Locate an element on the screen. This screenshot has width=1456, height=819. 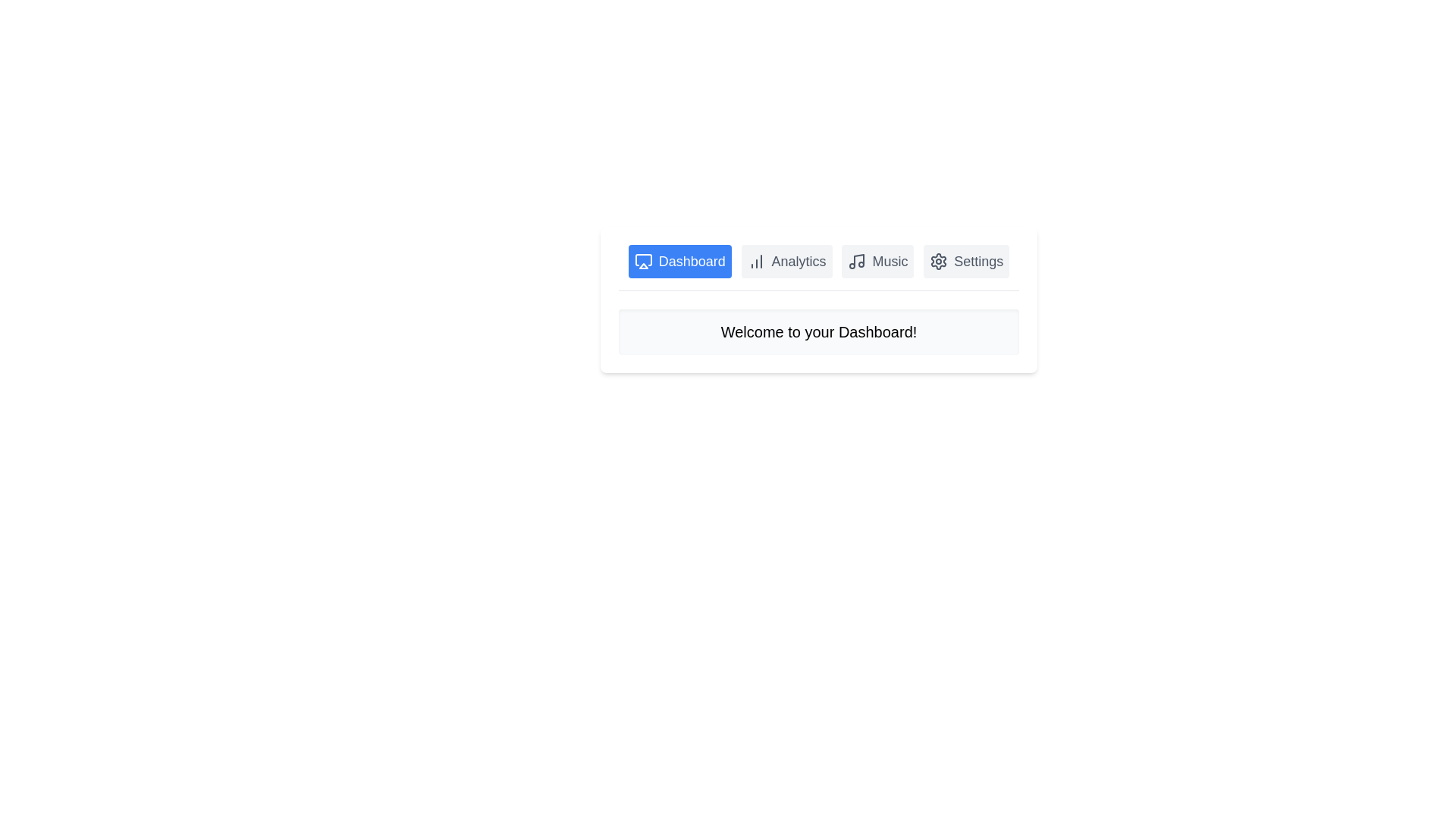
the 'Settings' button, which is the fourth button in a row of buttons styled with rounded edges and a light gray background is located at coordinates (965, 260).